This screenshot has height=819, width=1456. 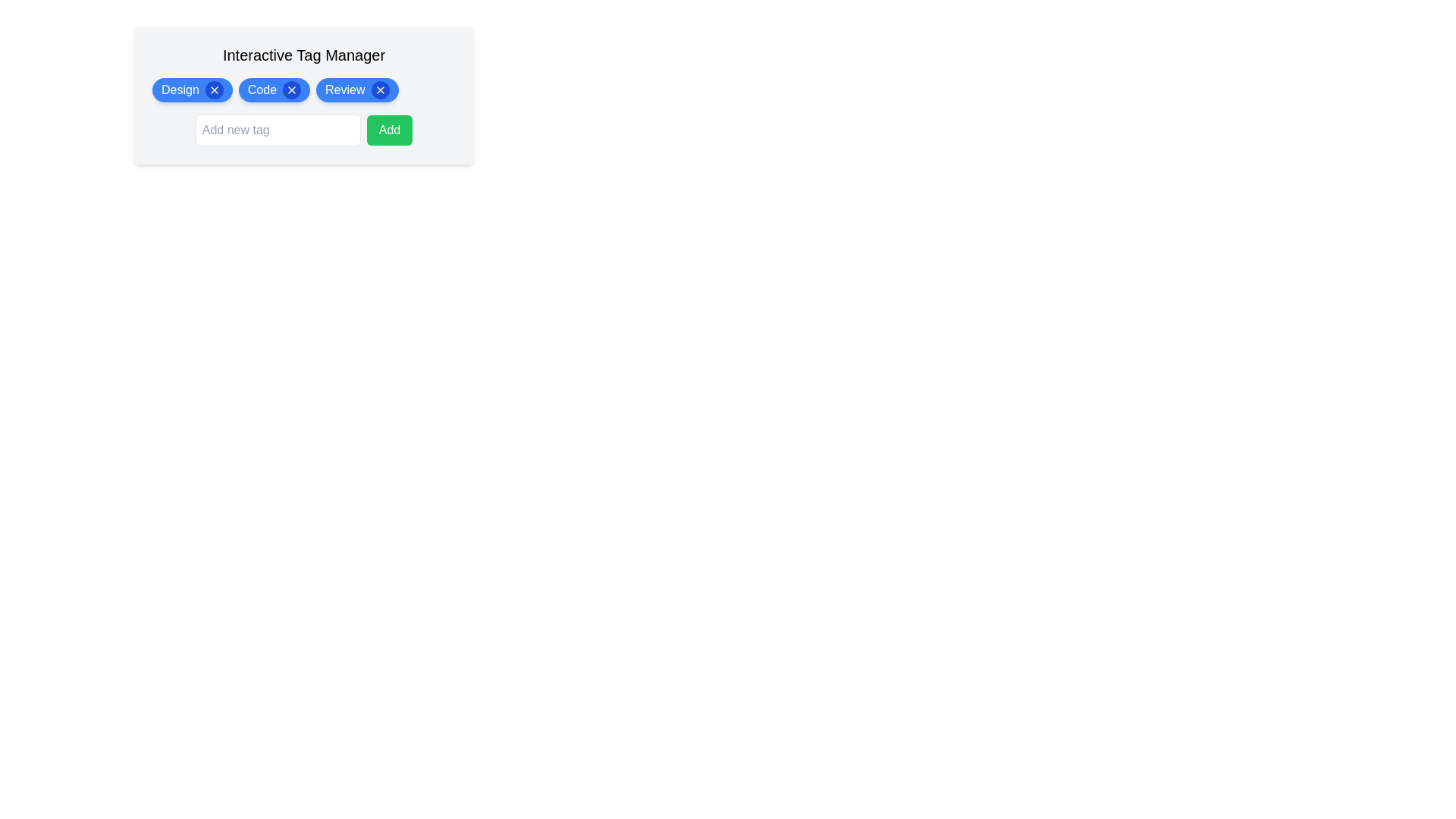 I want to click on the blue rounded button with an 'X' icon, so click(x=292, y=90).